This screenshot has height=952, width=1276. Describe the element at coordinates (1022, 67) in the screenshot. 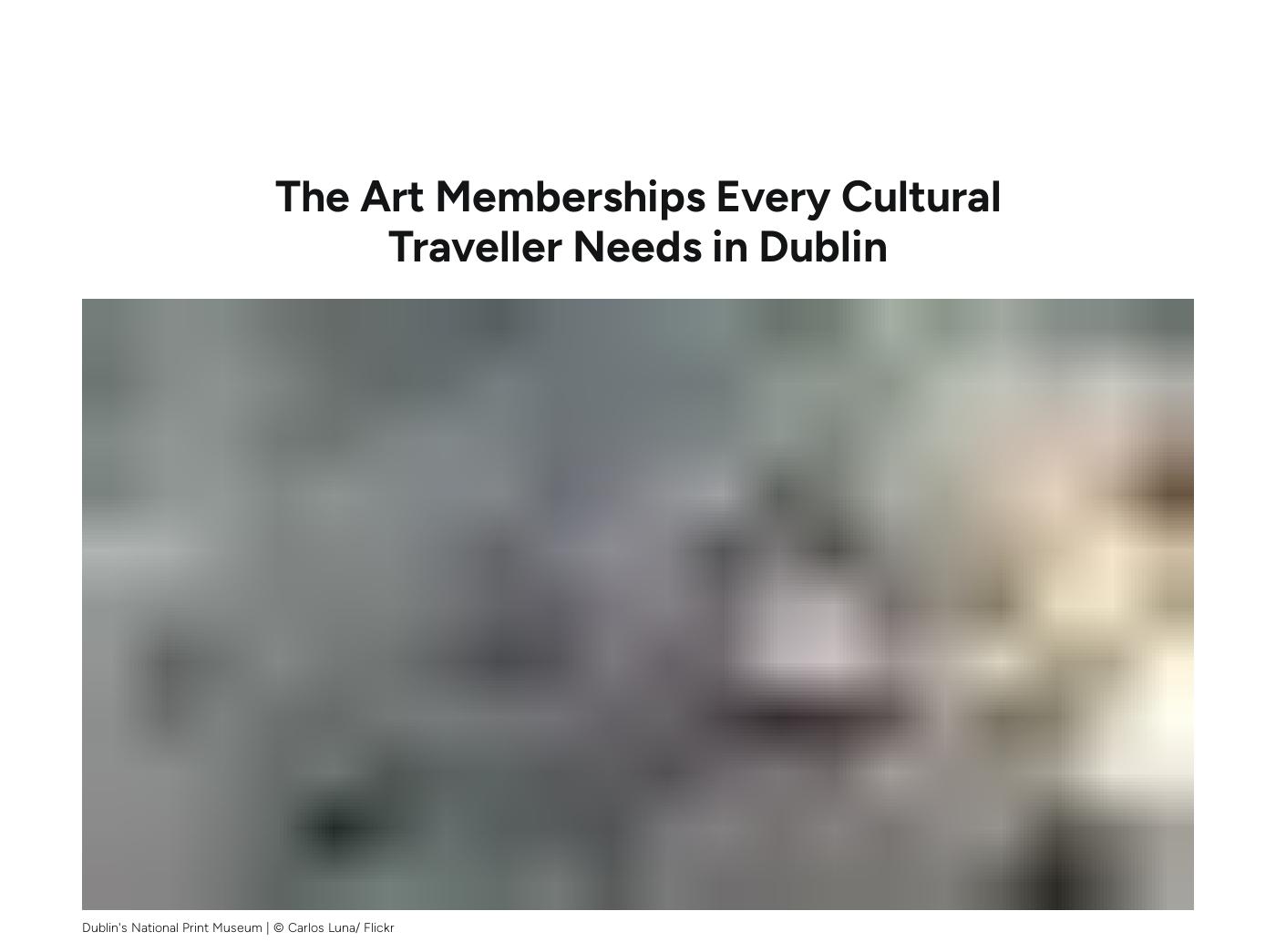

I see `'Guides'` at that location.